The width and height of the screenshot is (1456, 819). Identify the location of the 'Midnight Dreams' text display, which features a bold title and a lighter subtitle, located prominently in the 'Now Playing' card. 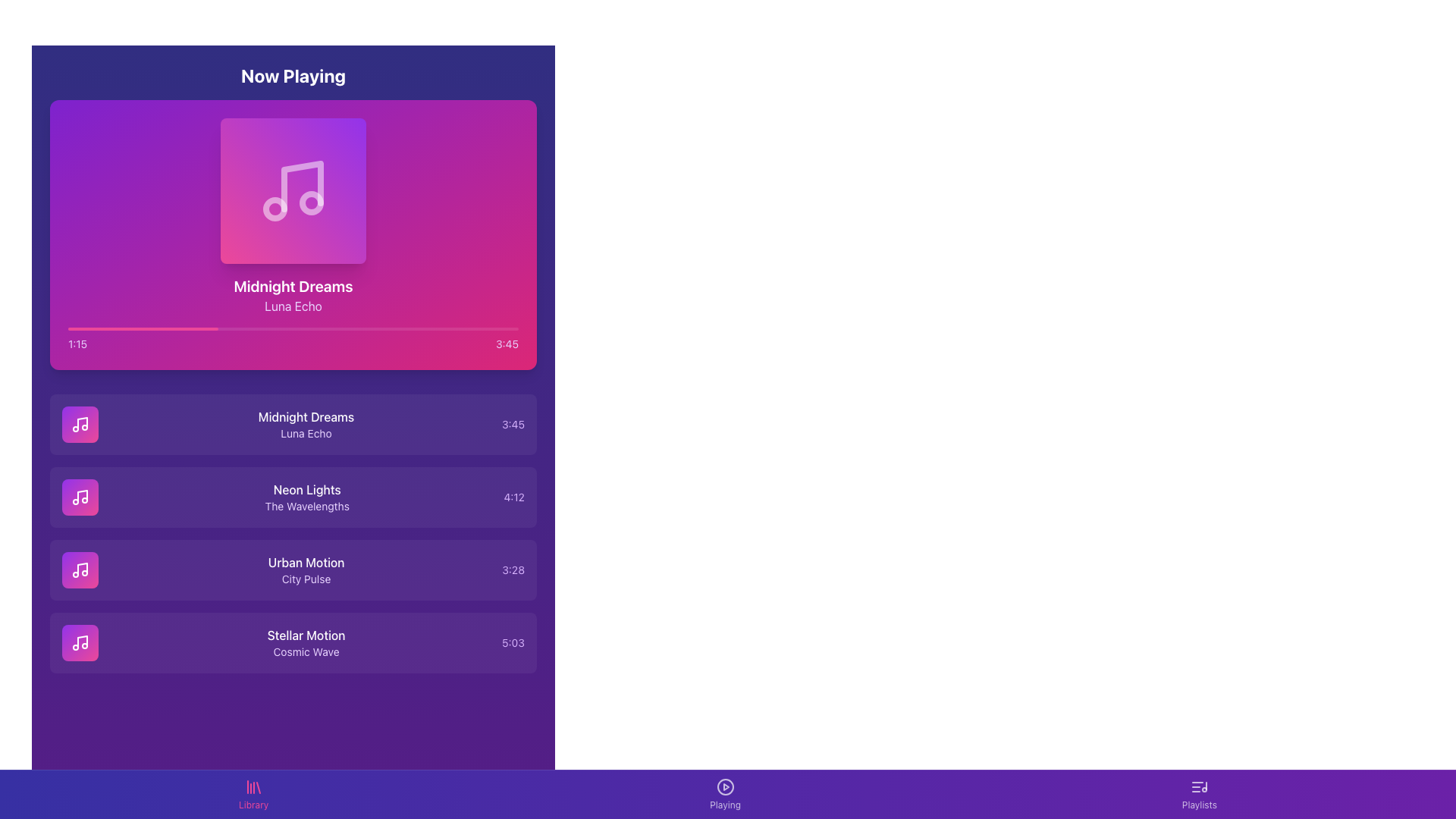
(293, 295).